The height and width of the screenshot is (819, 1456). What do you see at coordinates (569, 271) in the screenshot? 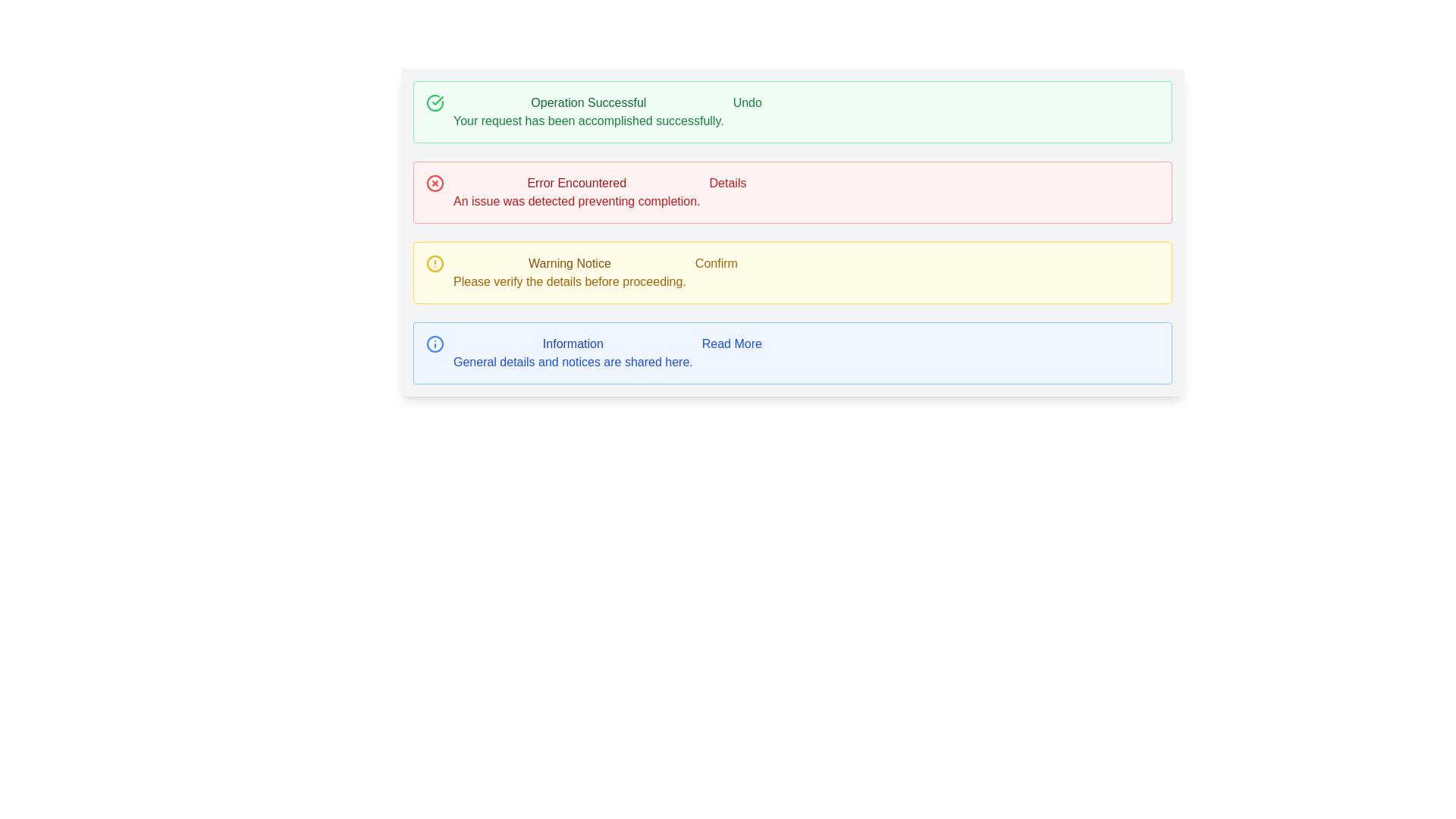
I see `the 'Warning Notice' label that contains a bold 'Warning Notice' and a lighter 'Please verify the details before proceeding.' text, positioned within the third notification card from the top` at bounding box center [569, 271].